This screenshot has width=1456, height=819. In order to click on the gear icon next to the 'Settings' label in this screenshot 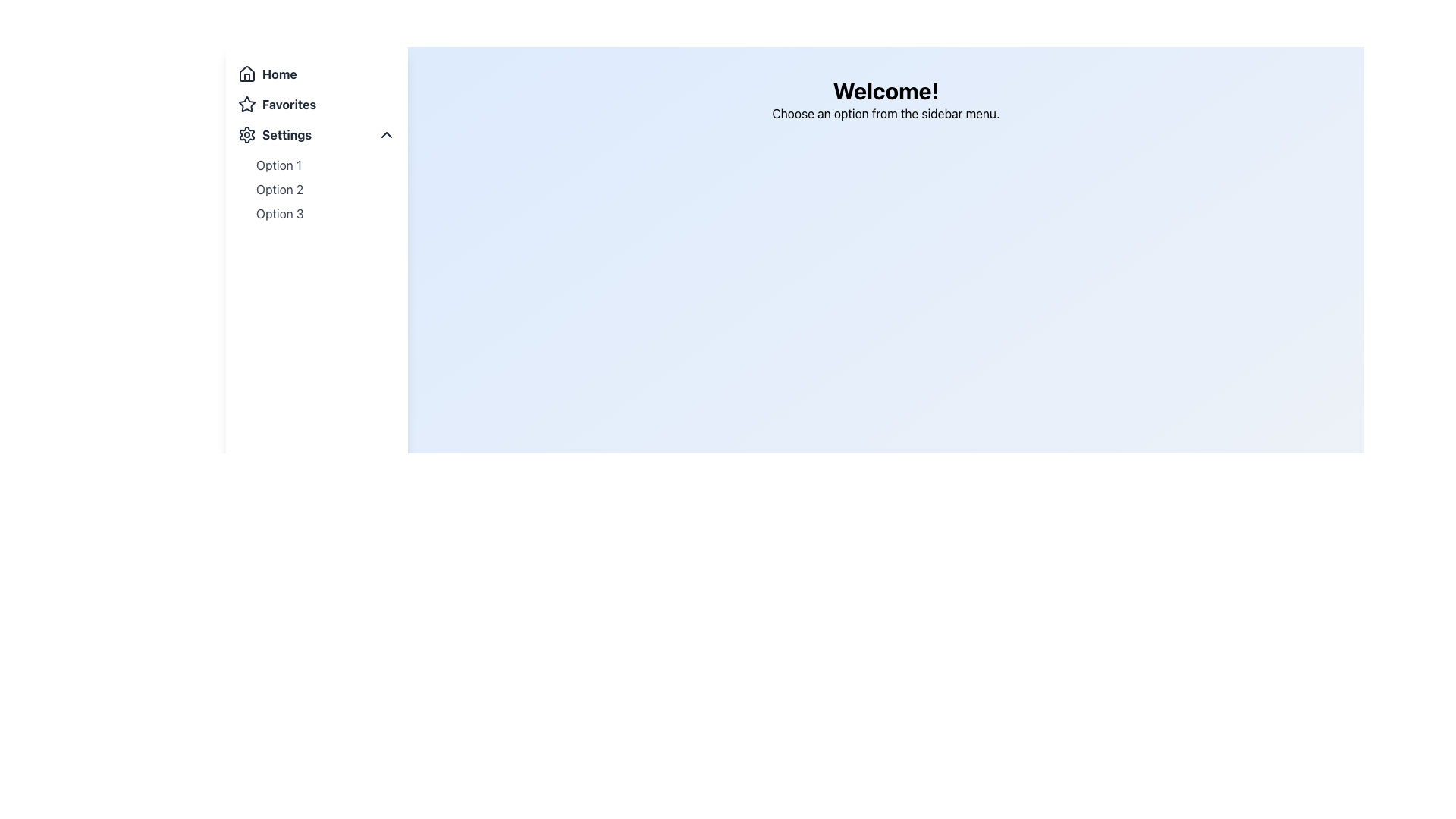, I will do `click(247, 133)`.